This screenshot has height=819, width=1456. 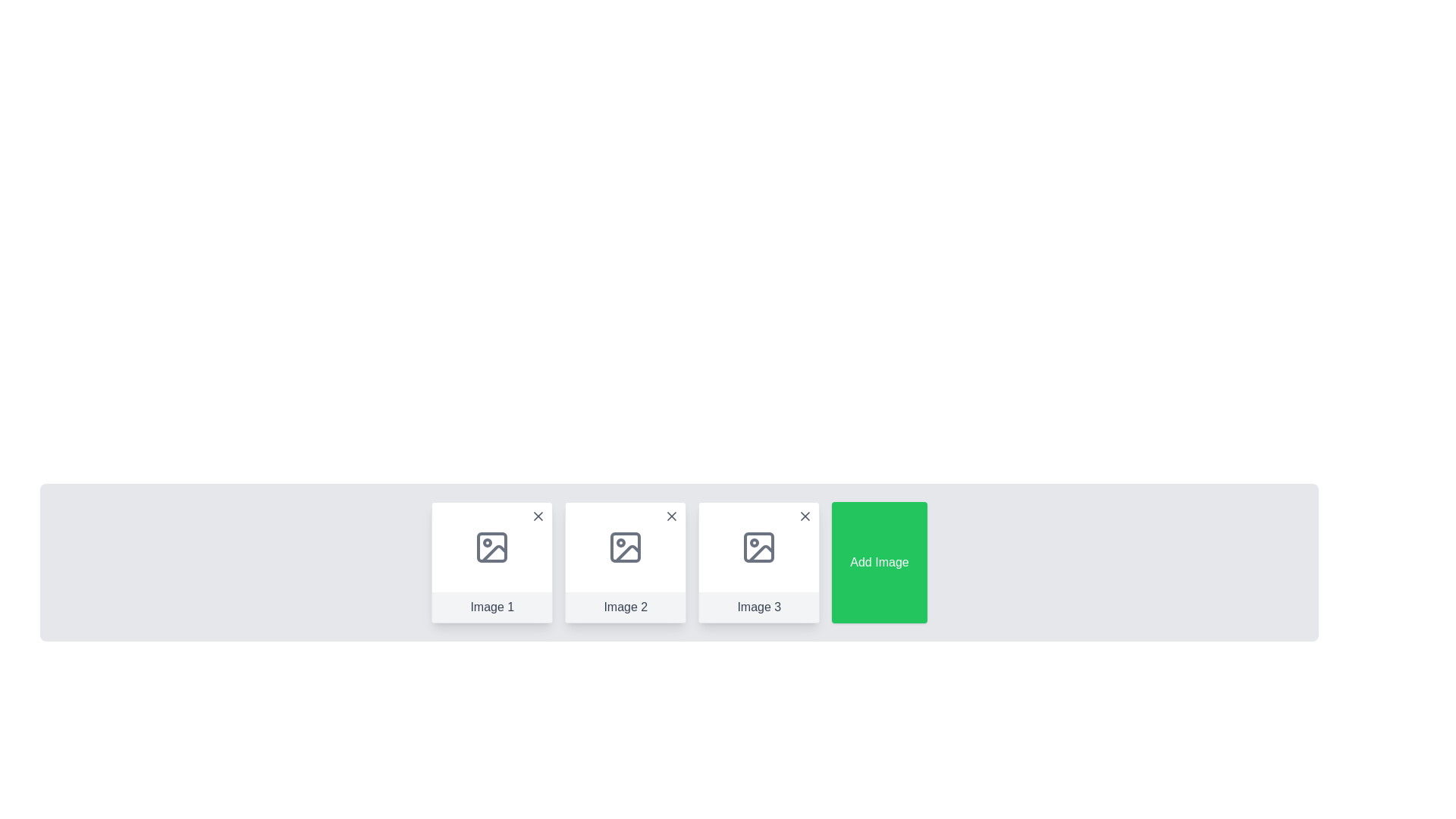 I want to click on the interactive button located at the rightmost position next to the 'Image 3' button, so click(x=878, y=562).